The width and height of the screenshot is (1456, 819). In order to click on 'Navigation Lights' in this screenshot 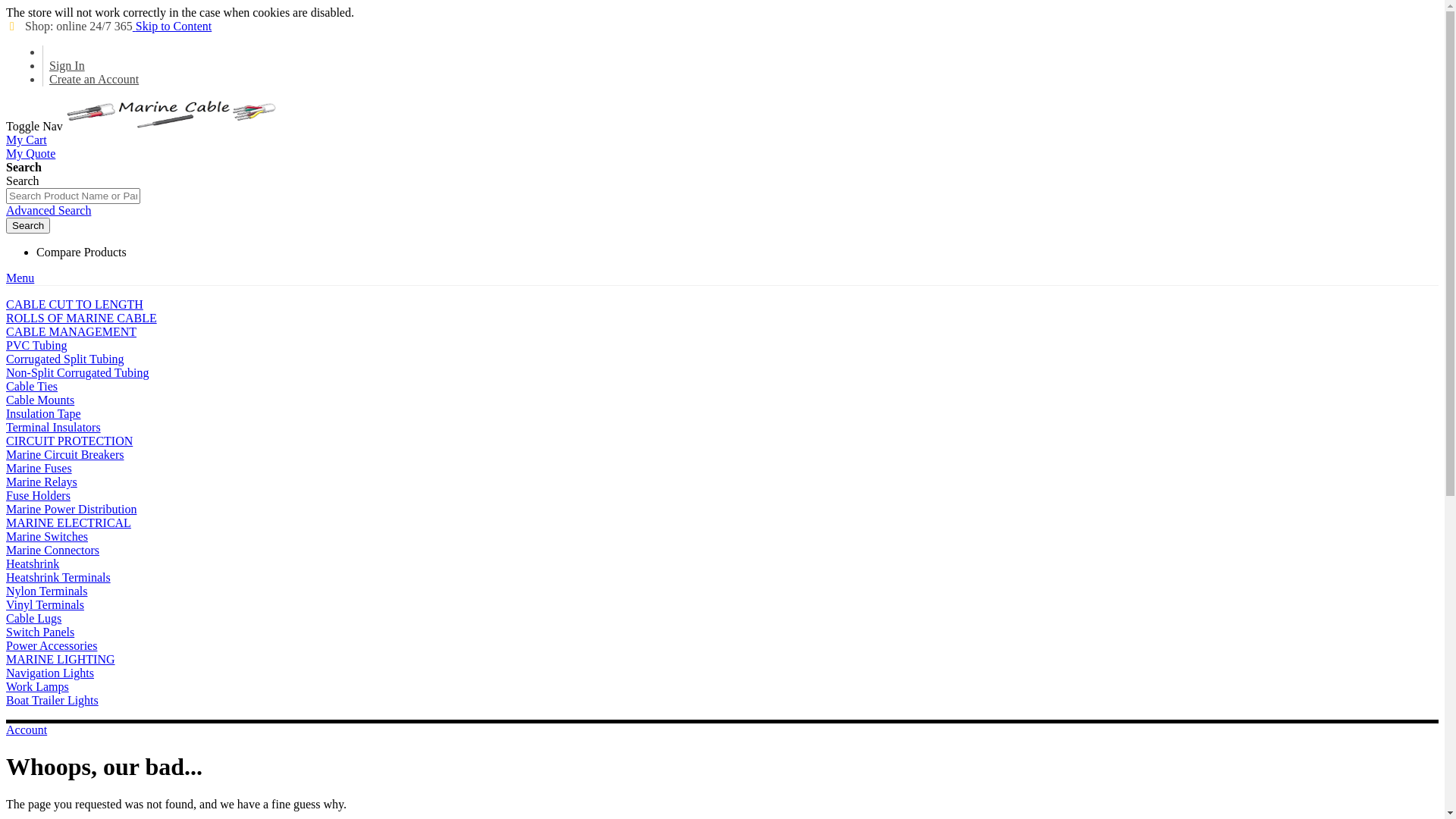, I will do `click(50, 672)`.